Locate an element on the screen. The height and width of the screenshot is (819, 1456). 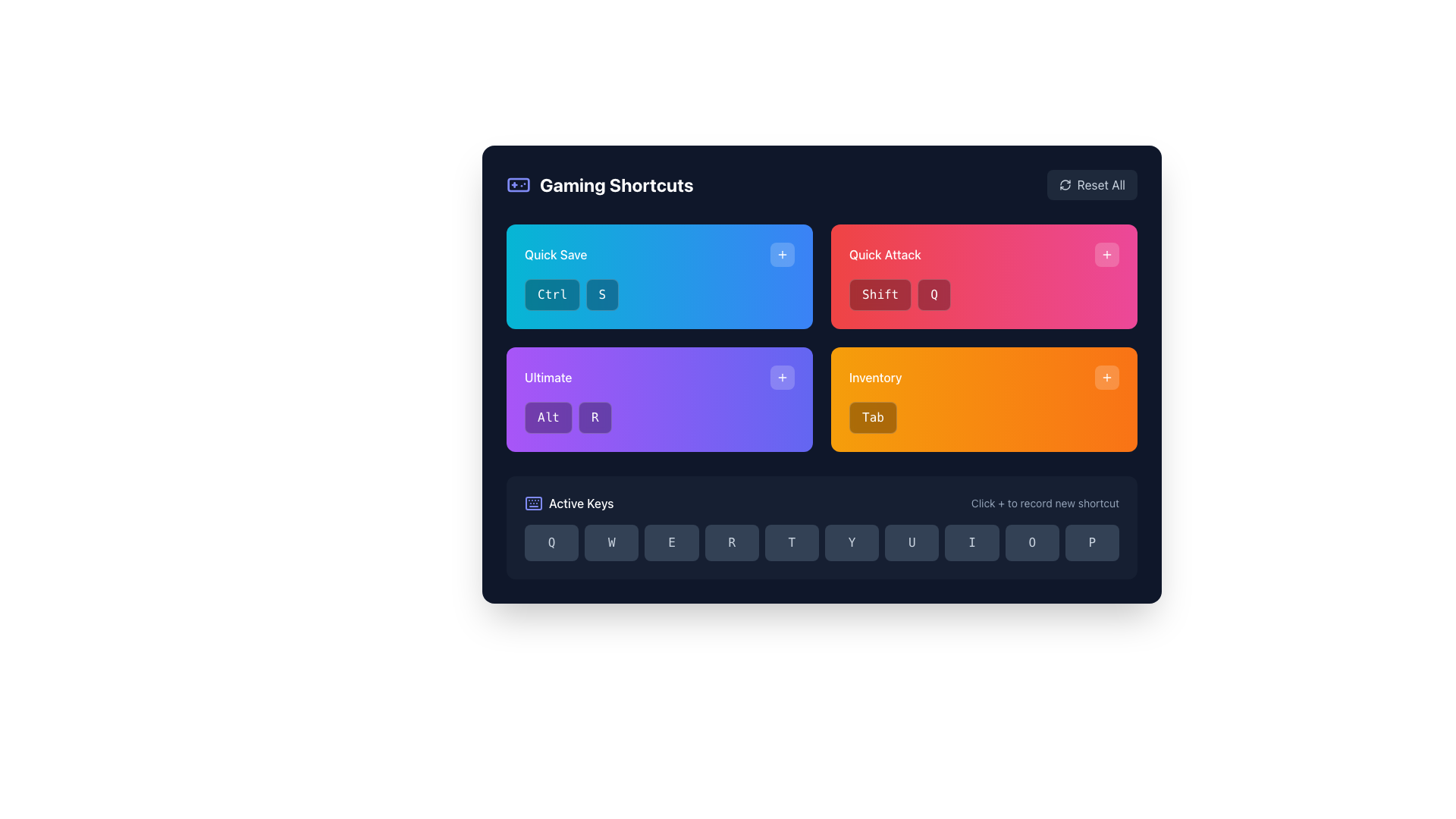
the button located in the top-right corner of the rectangular orange box labeled 'Inventory' is located at coordinates (1106, 376).